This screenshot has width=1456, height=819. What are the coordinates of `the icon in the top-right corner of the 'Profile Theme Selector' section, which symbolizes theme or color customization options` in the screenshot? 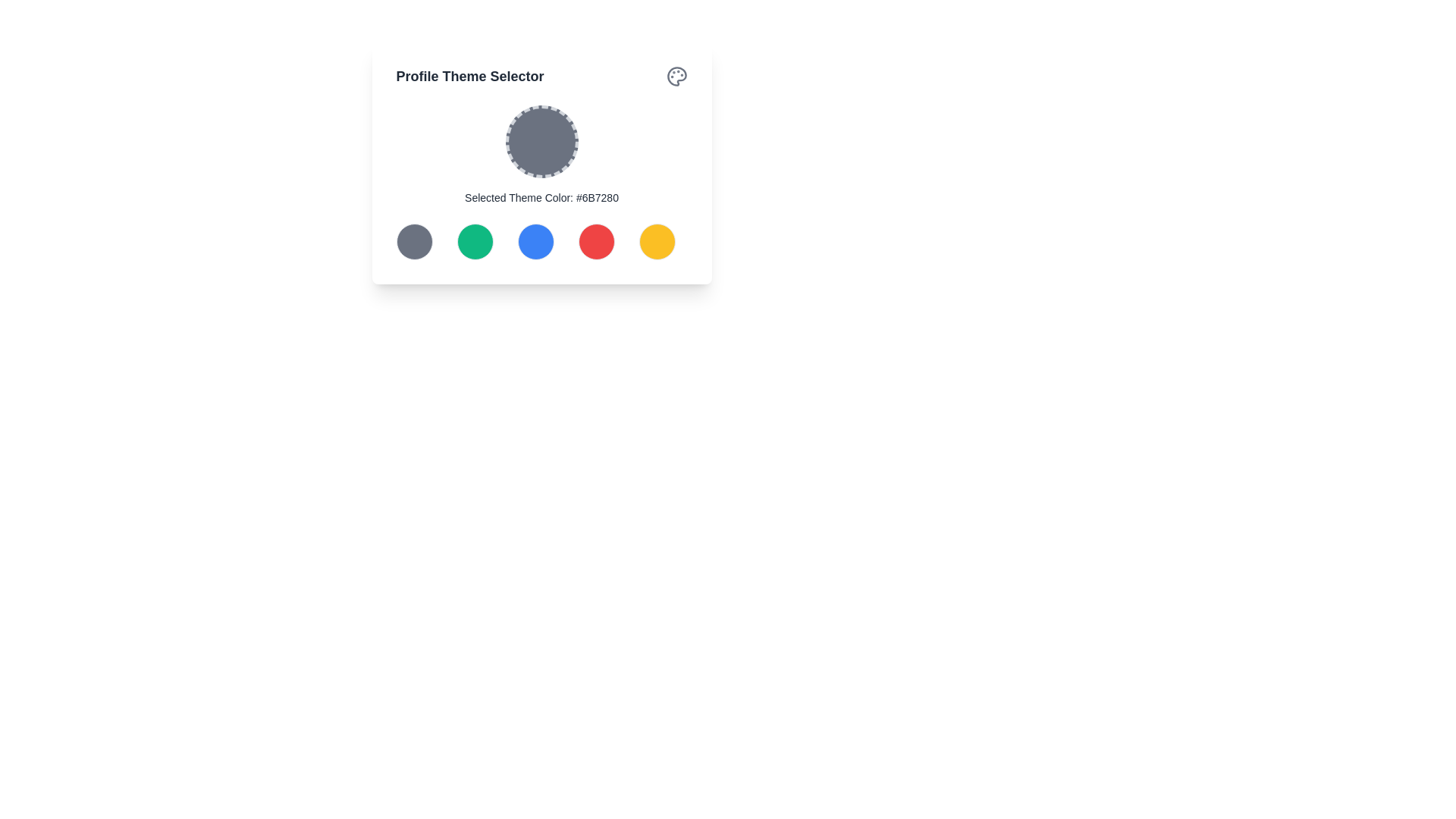 It's located at (676, 76).